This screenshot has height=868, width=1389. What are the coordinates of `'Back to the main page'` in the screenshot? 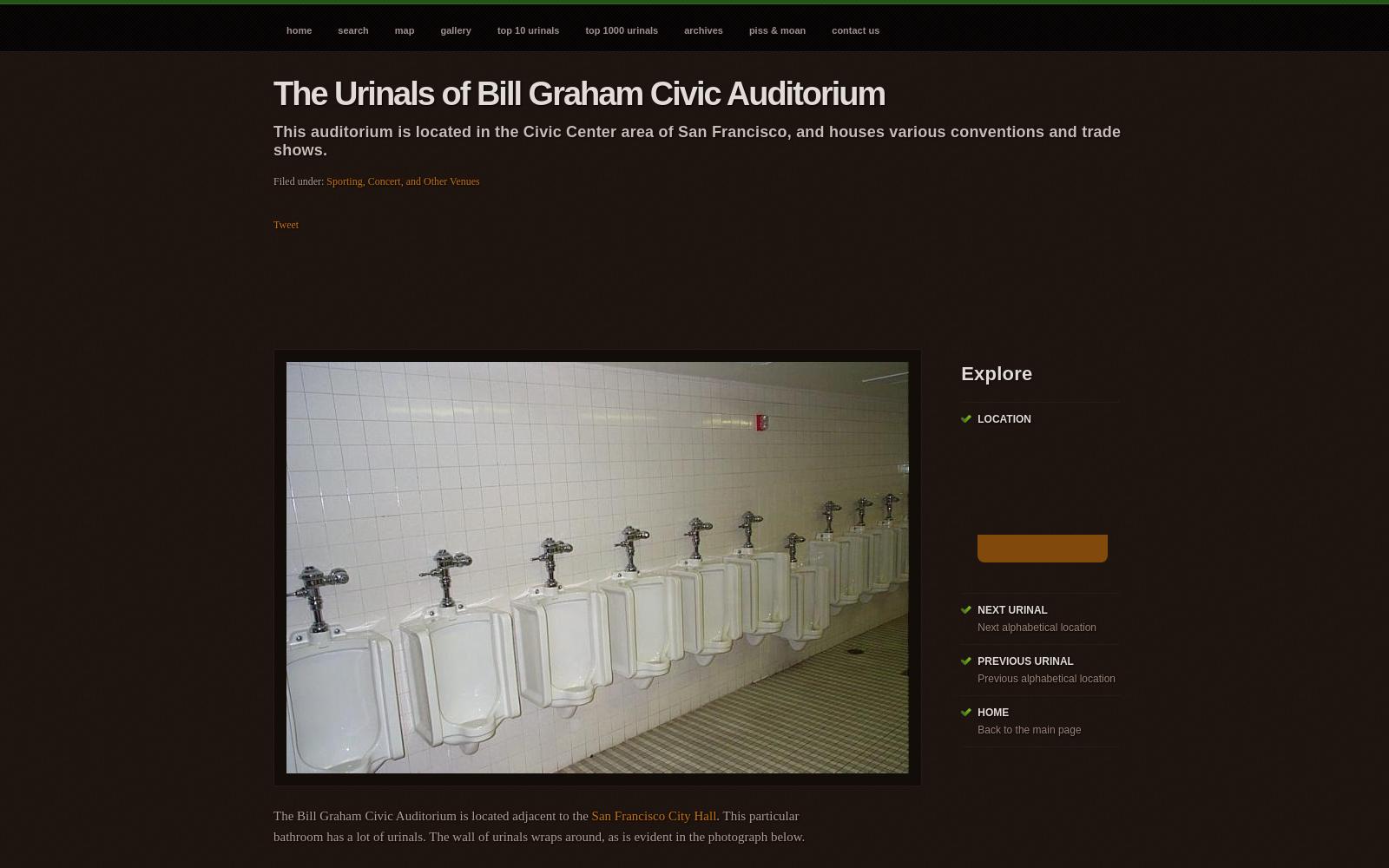 It's located at (1029, 728).